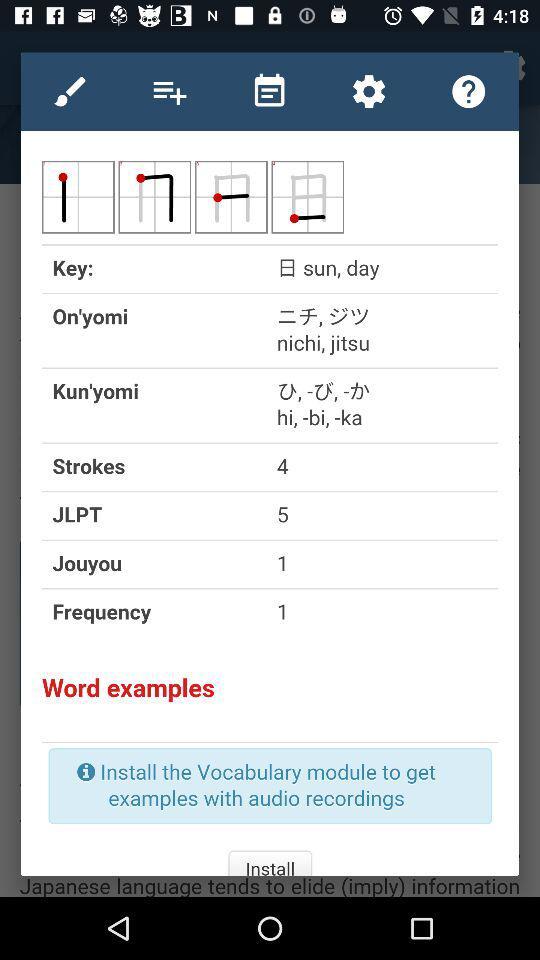 This screenshot has height=960, width=540. Describe the element at coordinates (269, 91) in the screenshot. I see `all` at that location.